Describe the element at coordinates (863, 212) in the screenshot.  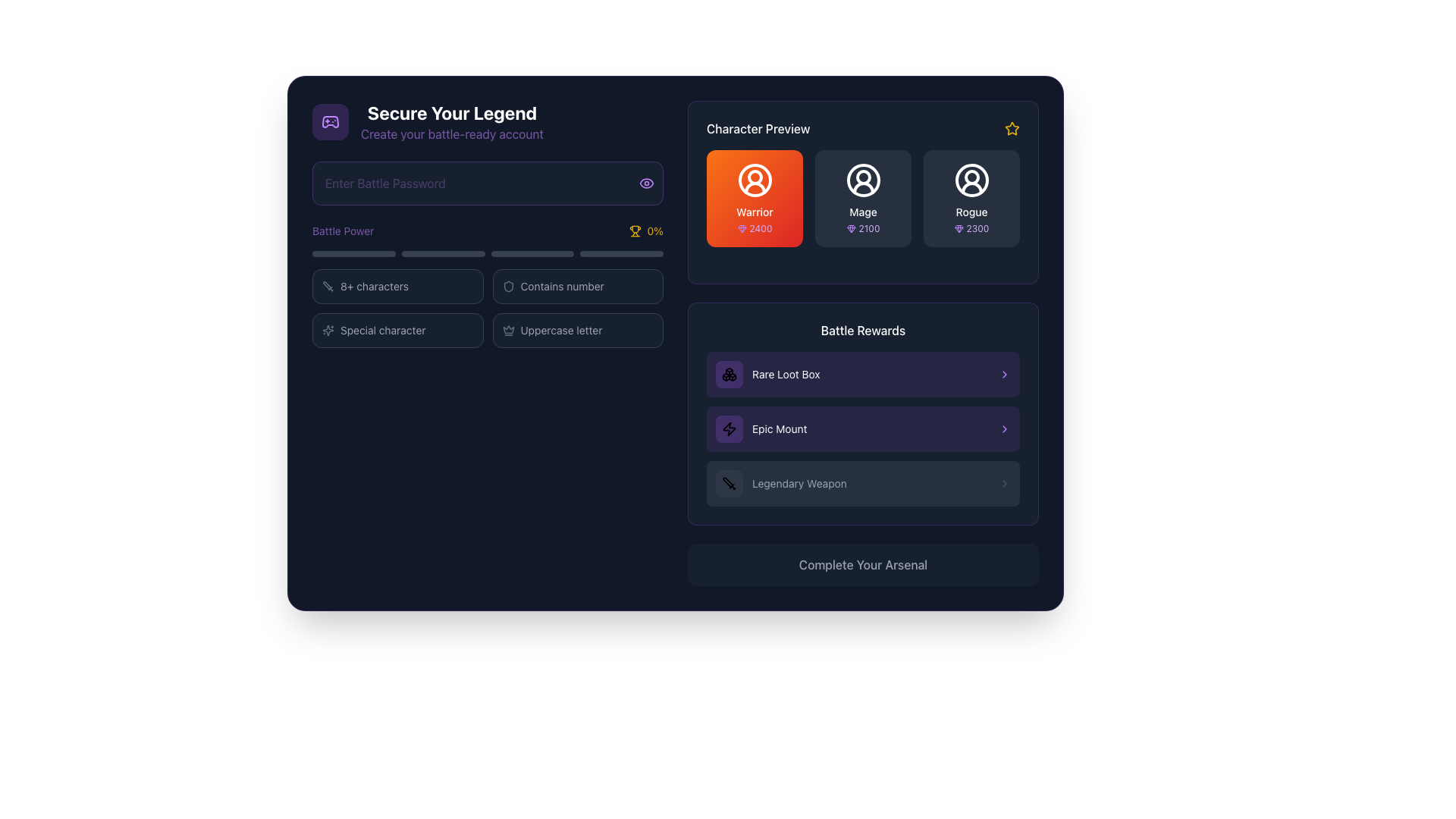
I see `the text label displaying 'Mage' in white color located in the 'Character Preview' section, which is the second character label from the left` at that location.